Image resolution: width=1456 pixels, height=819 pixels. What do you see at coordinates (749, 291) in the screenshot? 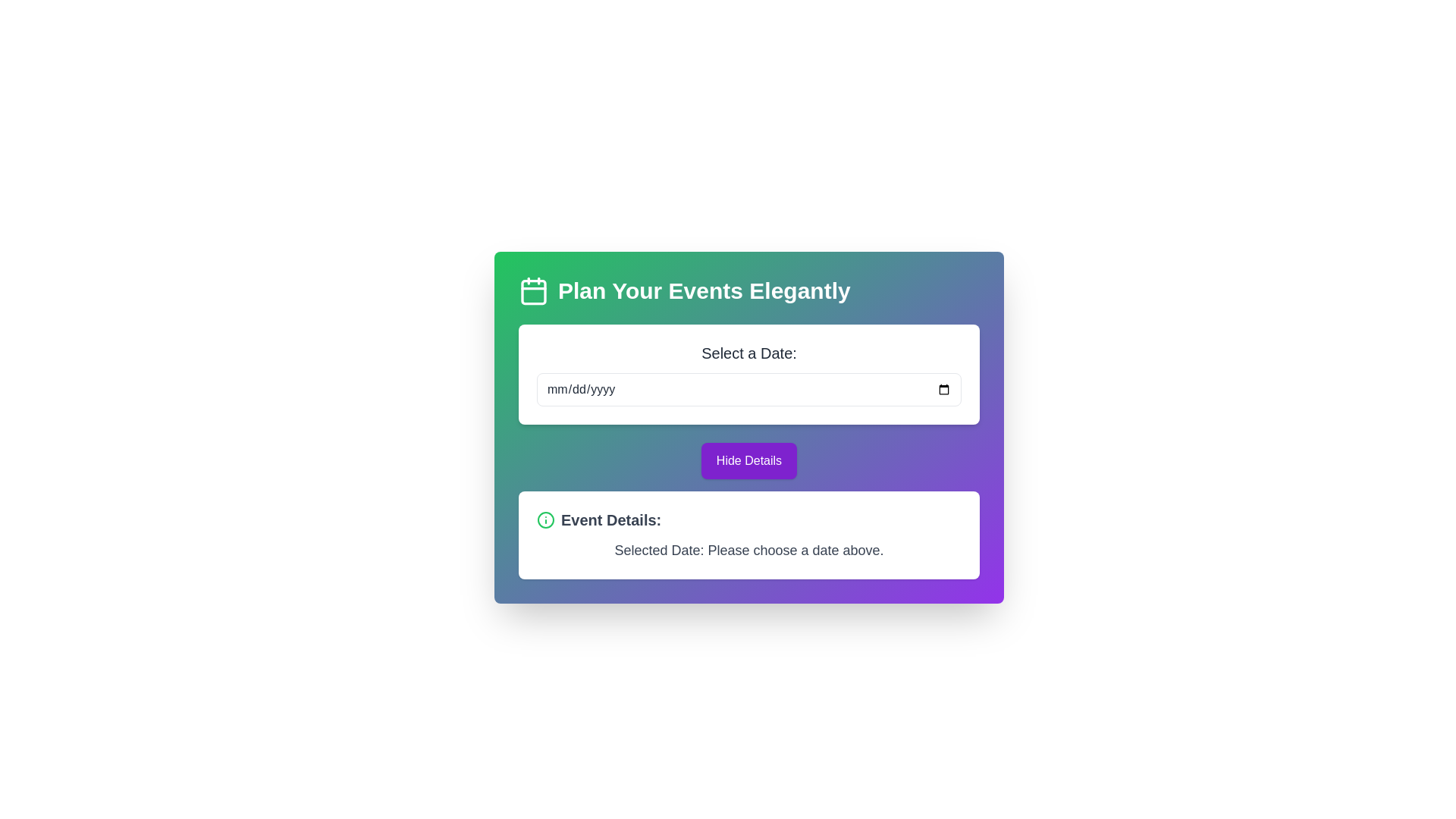
I see `the prominent banner-like section displaying the text 'Plan Your Events Elegantly' with a calendar icon on the left, which is styled with a white outline and green to blue gradient background` at bounding box center [749, 291].